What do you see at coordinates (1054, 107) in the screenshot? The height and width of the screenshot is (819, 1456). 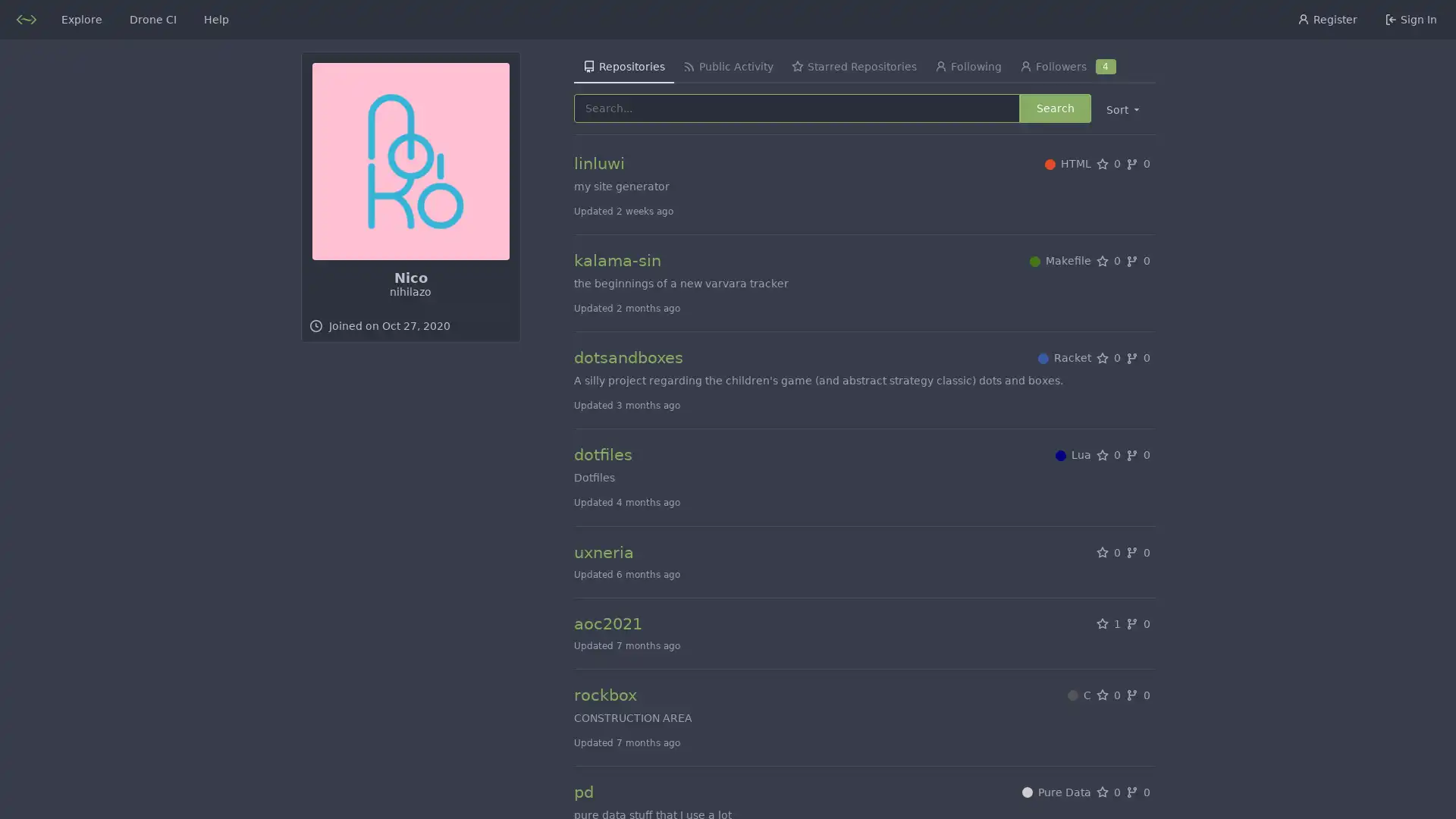 I see `Search` at bounding box center [1054, 107].